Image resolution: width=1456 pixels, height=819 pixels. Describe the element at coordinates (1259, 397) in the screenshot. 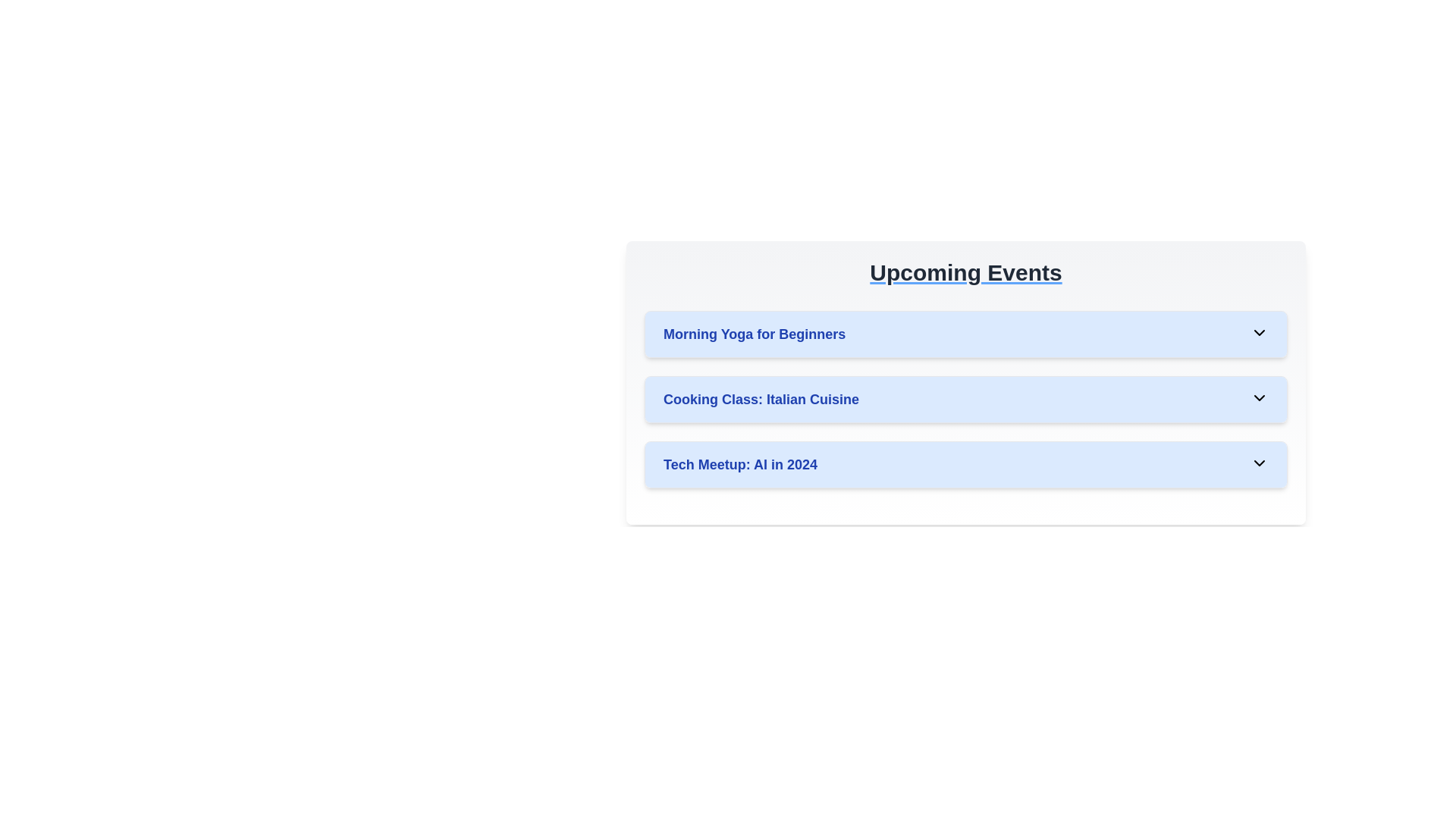

I see `the downward arrow icon indicating a dropdown, located to the right of the 'Cooking Class: Italian Cuisine' text` at that location.